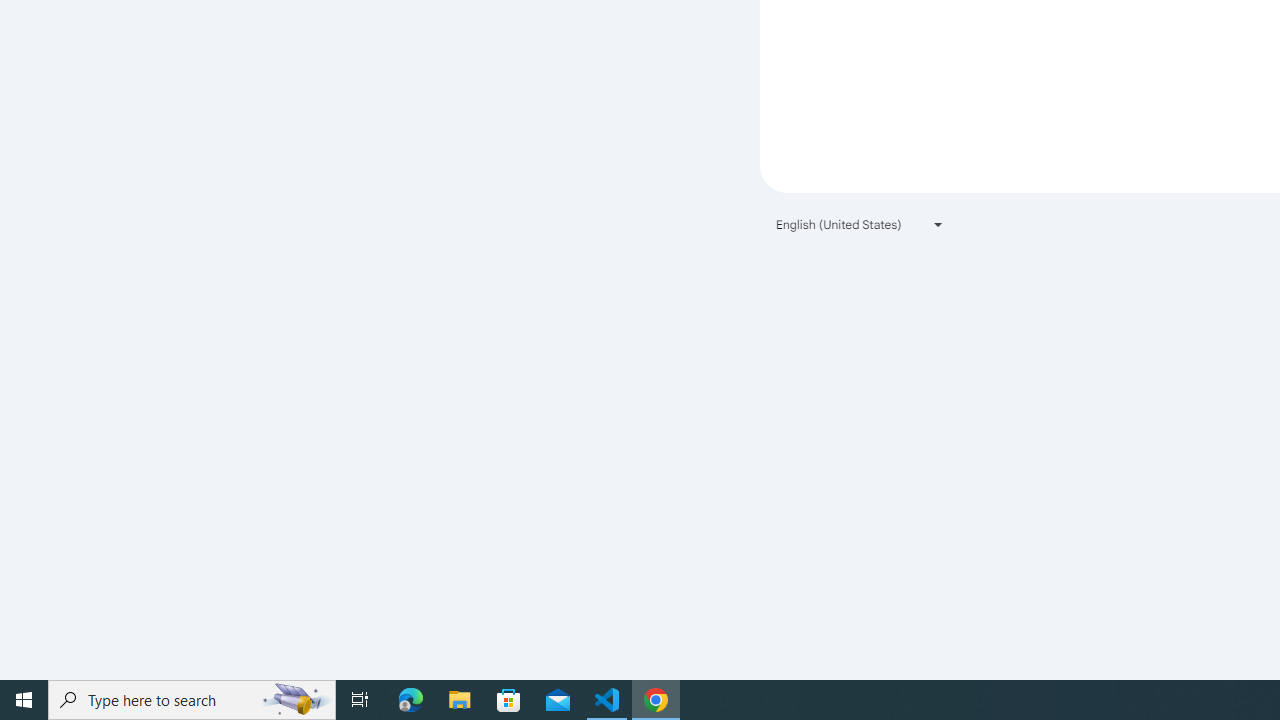 This screenshot has height=720, width=1280. Describe the element at coordinates (860, 224) in the screenshot. I see `'English (United States)'` at that location.